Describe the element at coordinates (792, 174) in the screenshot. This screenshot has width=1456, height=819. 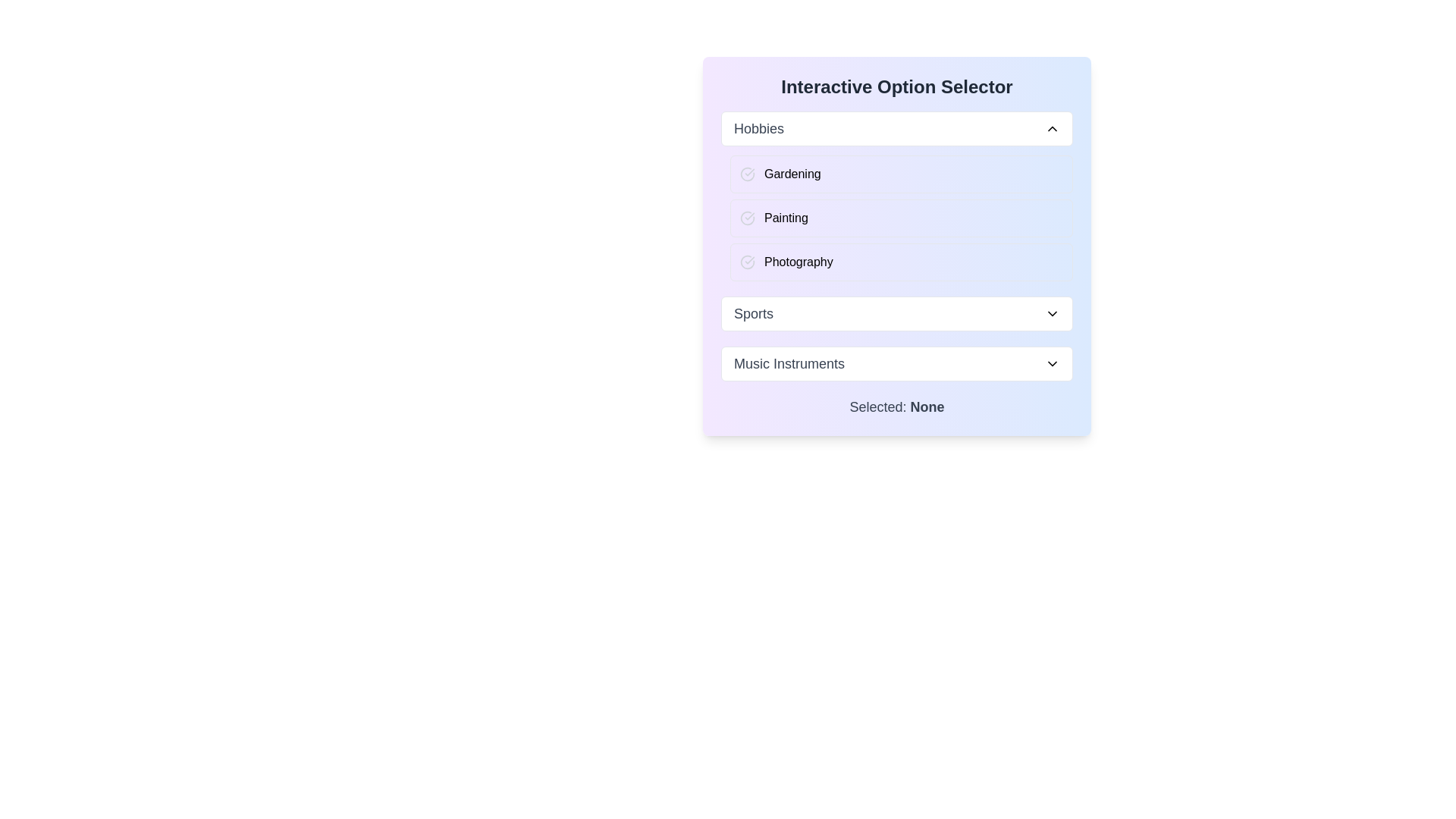
I see `the static text label displaying 'Gardening', which is part of the 'Hobbies' dropdown list and is located to the right of a circular checkmark icon` at that location.